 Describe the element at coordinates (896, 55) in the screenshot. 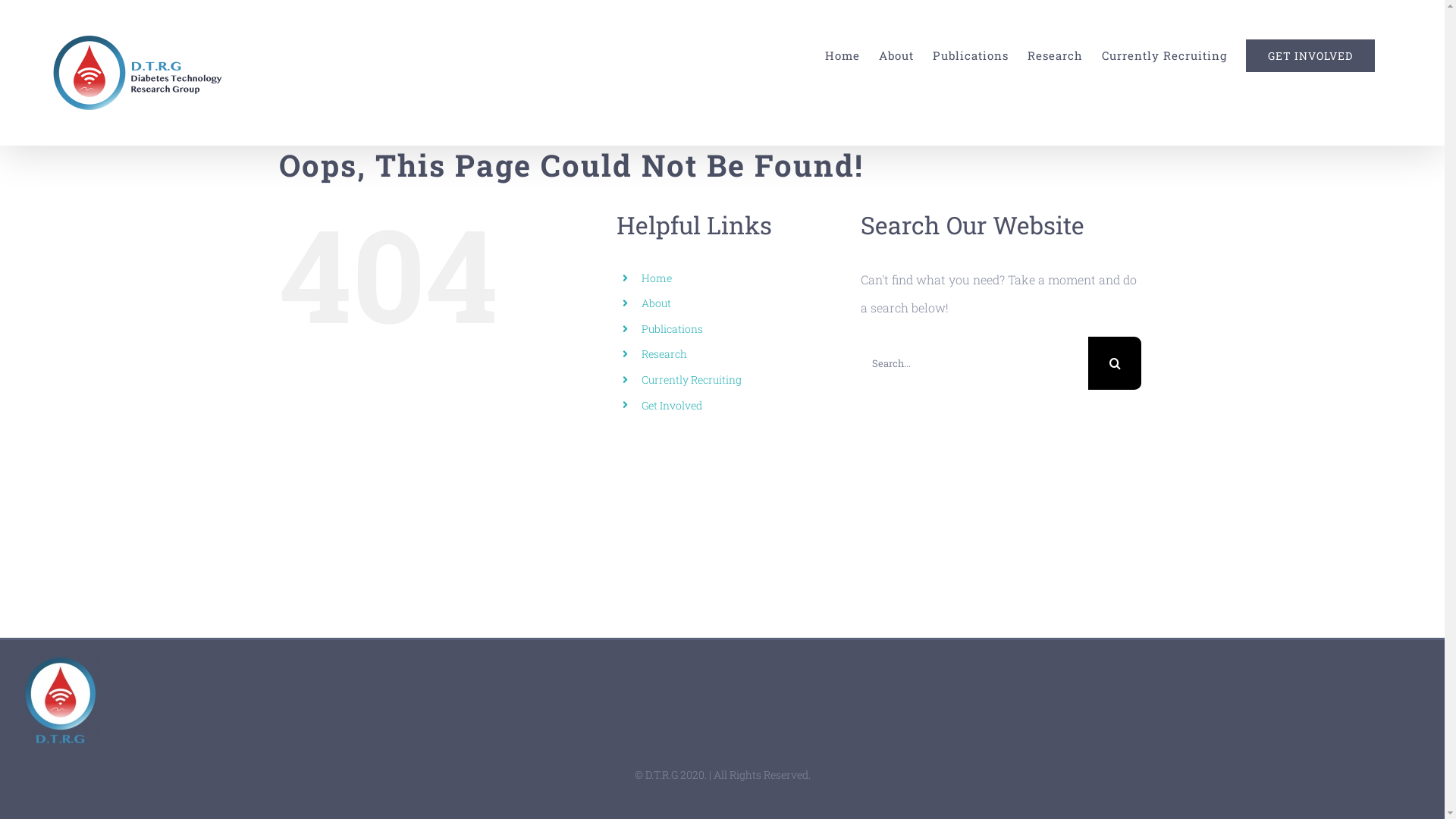

I see `'About'` at that location.